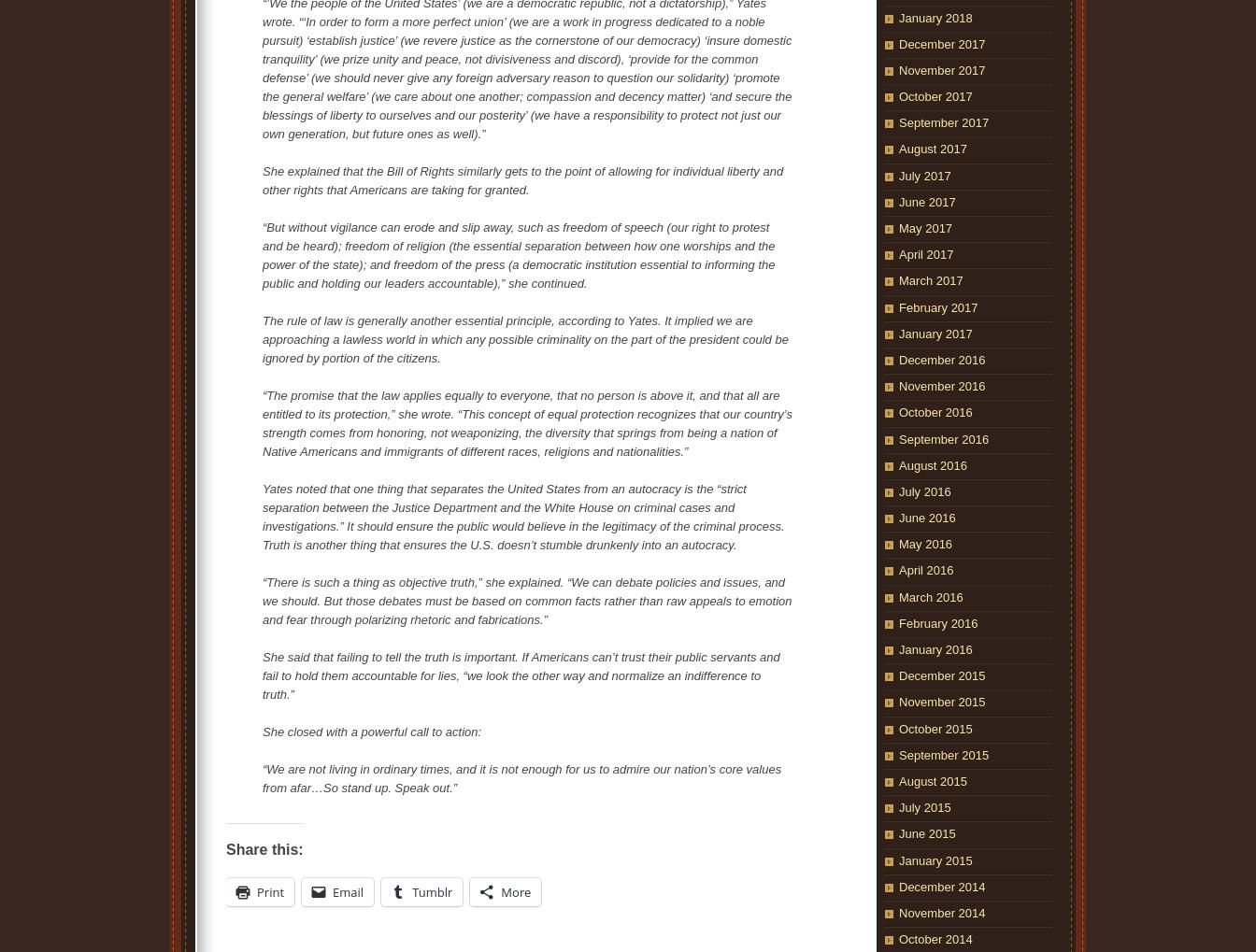 This screenshot has height=952, width=1256. What do you see at coordinates (944, 121) in the screenshot?
I see `'September 2017'` at bounding box center [944, 121].